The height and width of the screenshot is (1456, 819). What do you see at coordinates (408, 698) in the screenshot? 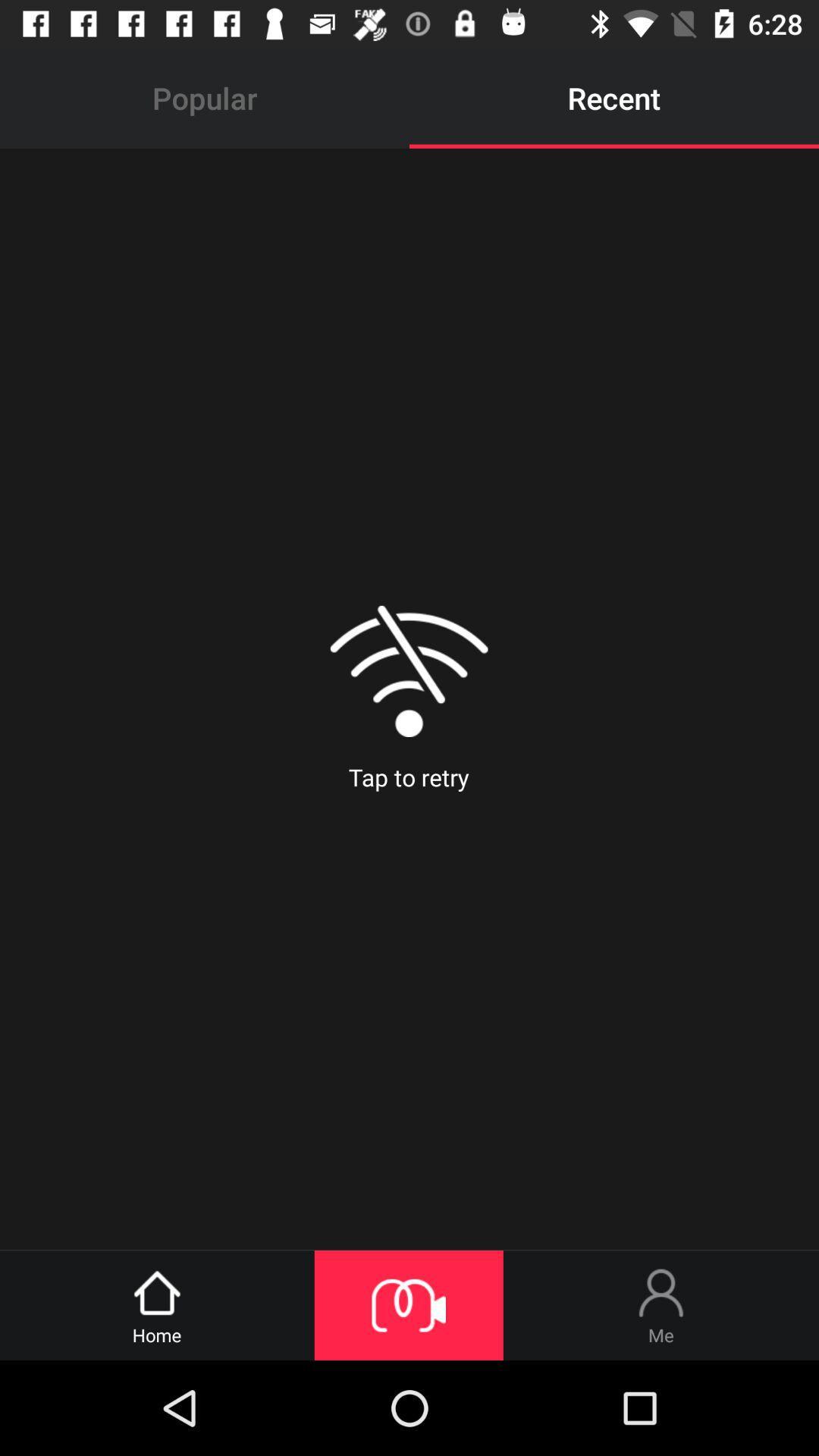
I see `the tap to retry icon` at bounding box center [408, 698].